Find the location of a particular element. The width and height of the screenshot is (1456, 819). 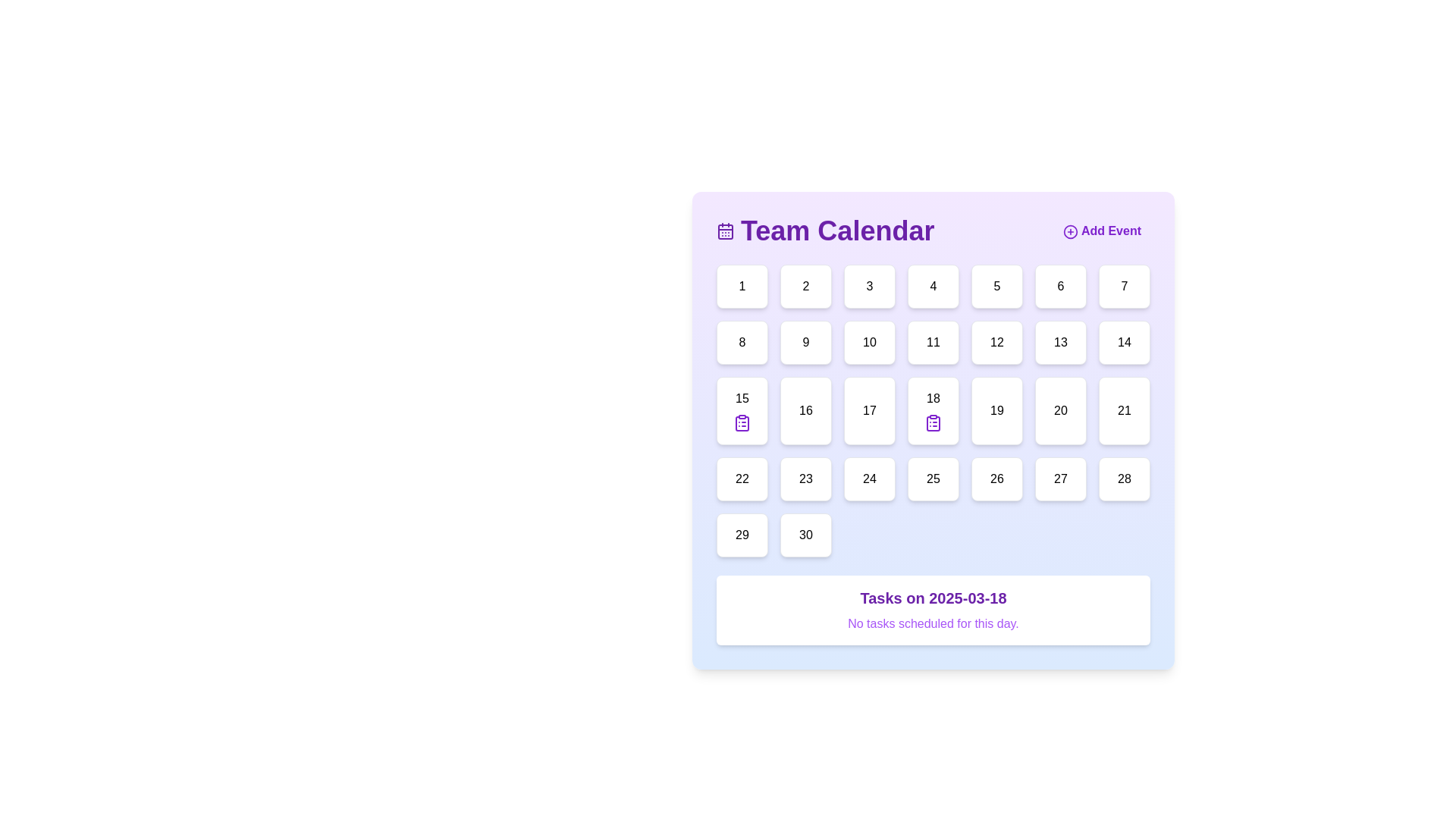

the 'Add Event' button located in the top-right corner of the calendar interface, which contains a circular decorative component as part of the '+' icon is located at coordinates (1069, 231).